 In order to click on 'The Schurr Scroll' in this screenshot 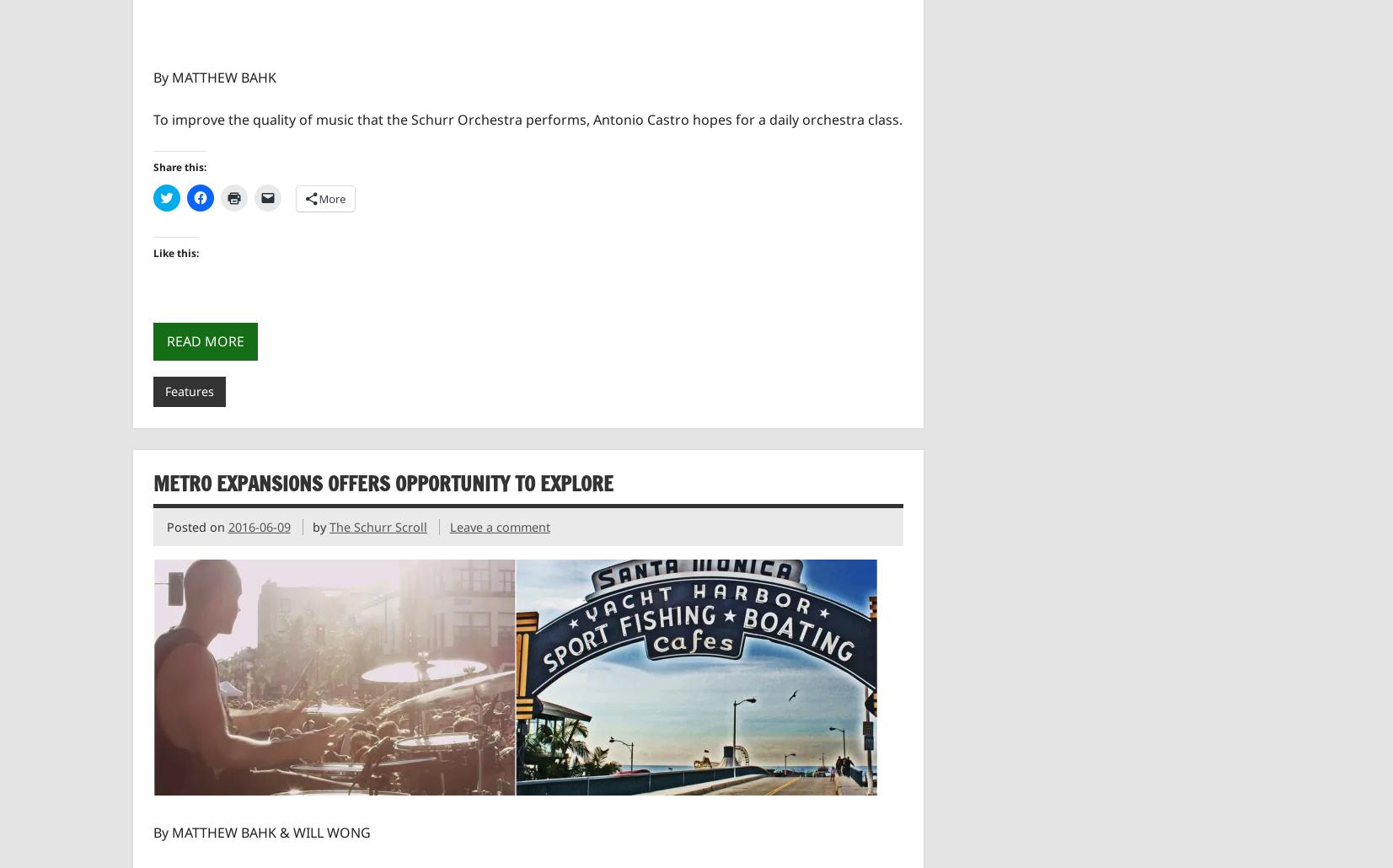, I will do `click(328, 526)`.